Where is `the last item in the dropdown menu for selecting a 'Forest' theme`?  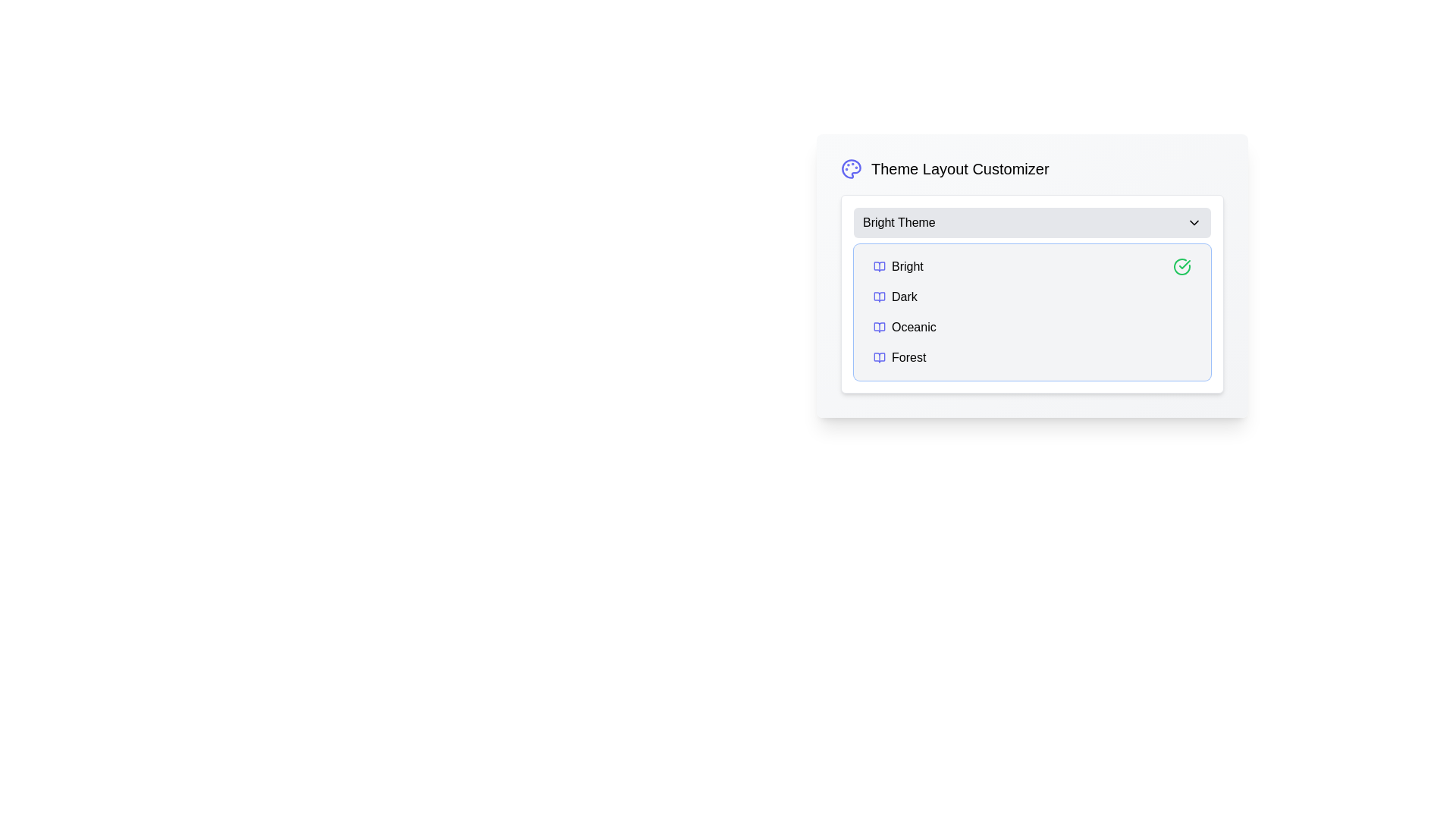 the last item in the dropdown menu for selecting a 'Forest' theme is located at coordinates (1031, 357).